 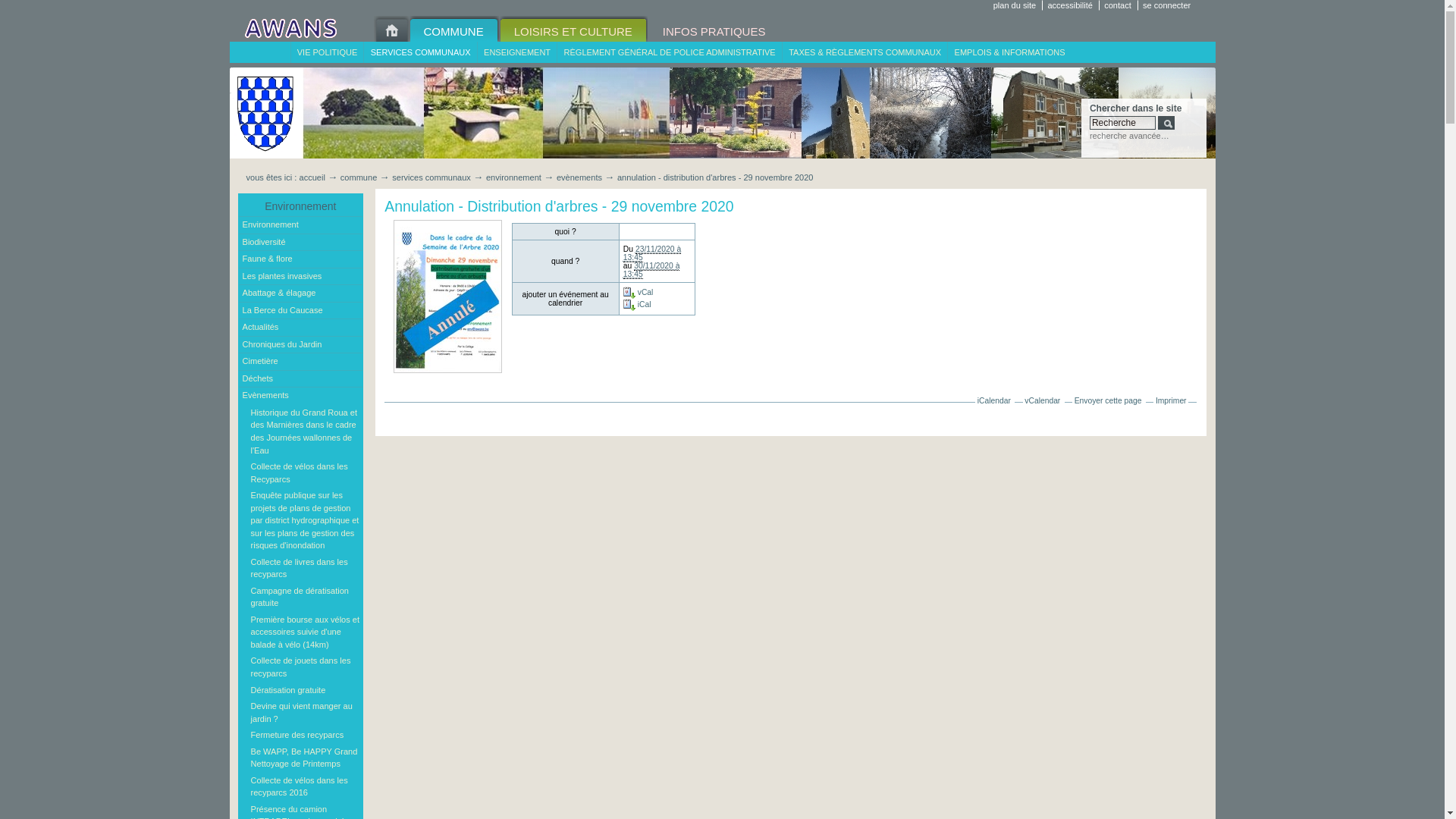 I want to click on 'vCalendar', so click(x=1041, y=400).